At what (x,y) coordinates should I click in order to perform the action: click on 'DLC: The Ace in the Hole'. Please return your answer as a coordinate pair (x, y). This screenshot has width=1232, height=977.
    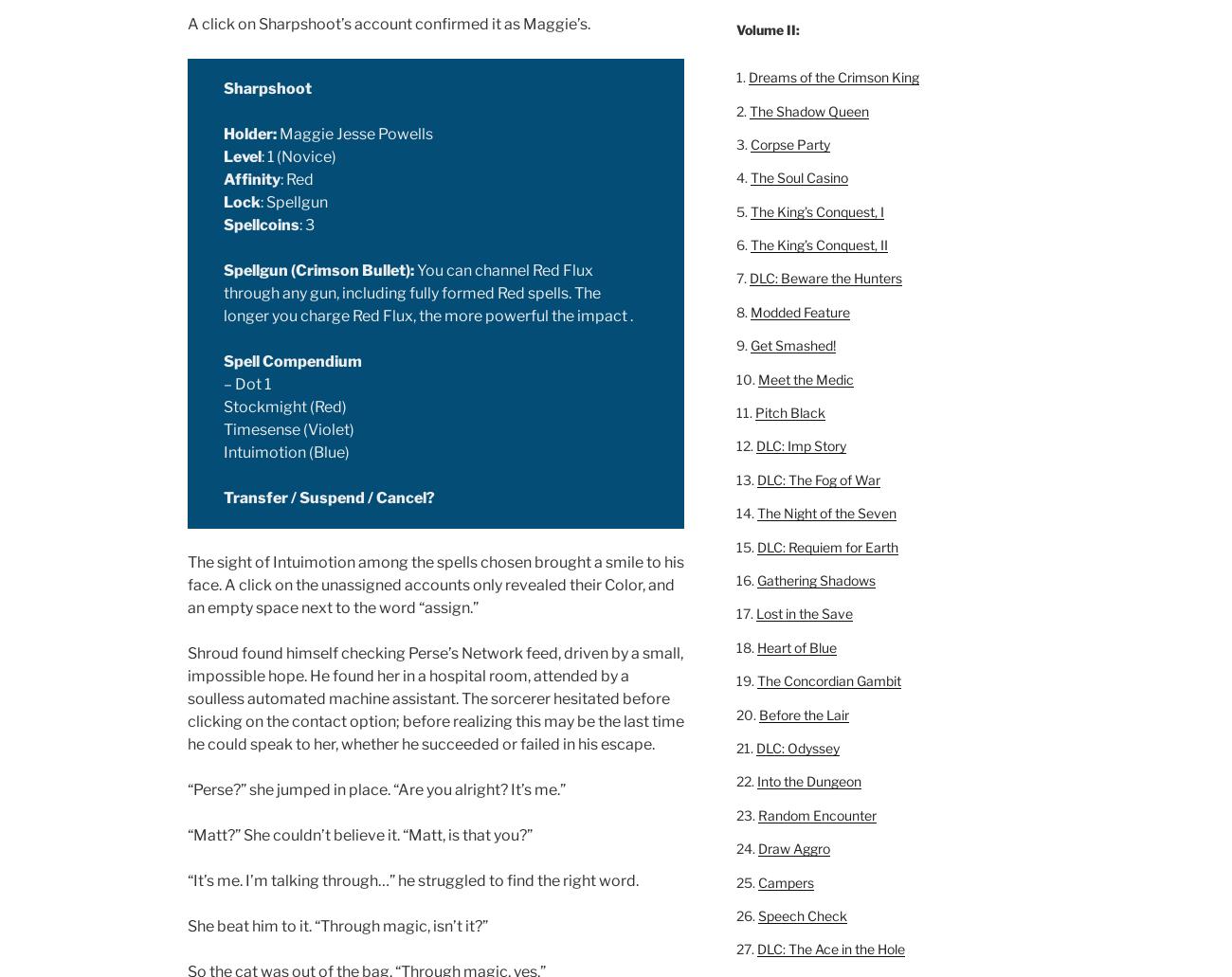
    Looking at the image, I should click on (828, 948).